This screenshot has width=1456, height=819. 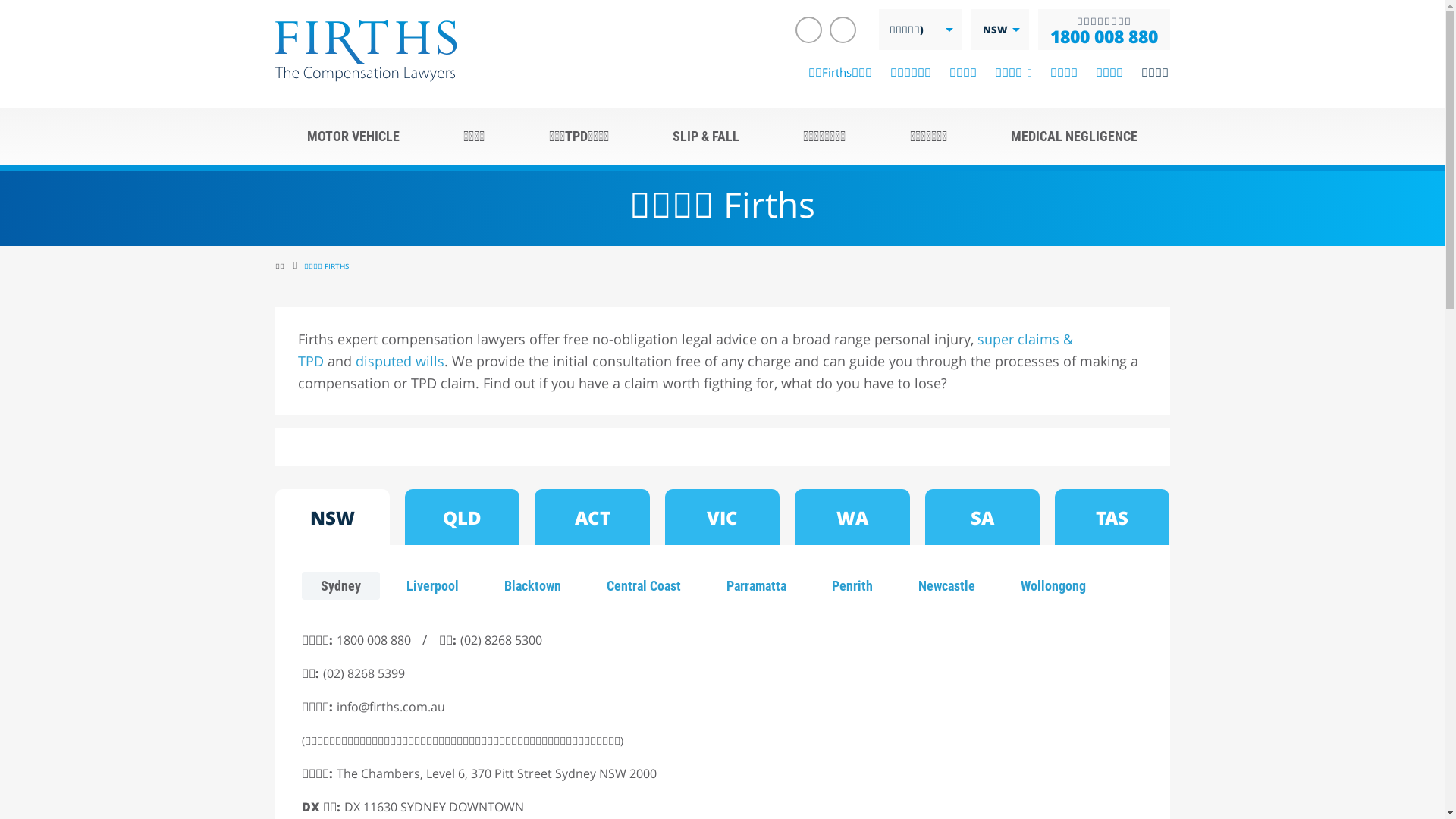 What do you see at coordinates (852, 585) in the screenshot?
I see `'Penrith'` at bounding box center [852, 585].